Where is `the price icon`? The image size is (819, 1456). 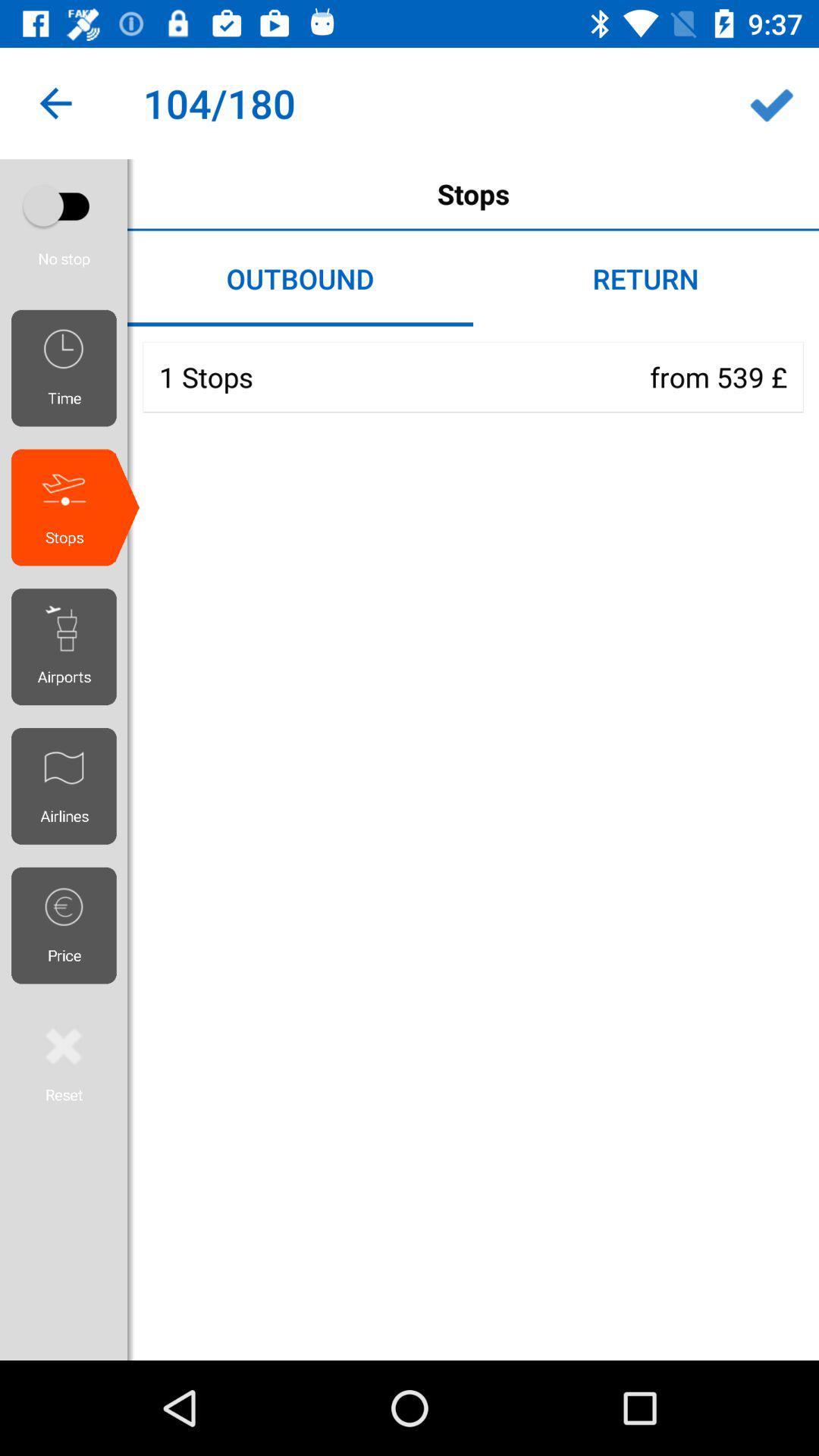
the price icon is located at coordinates (69, 924).